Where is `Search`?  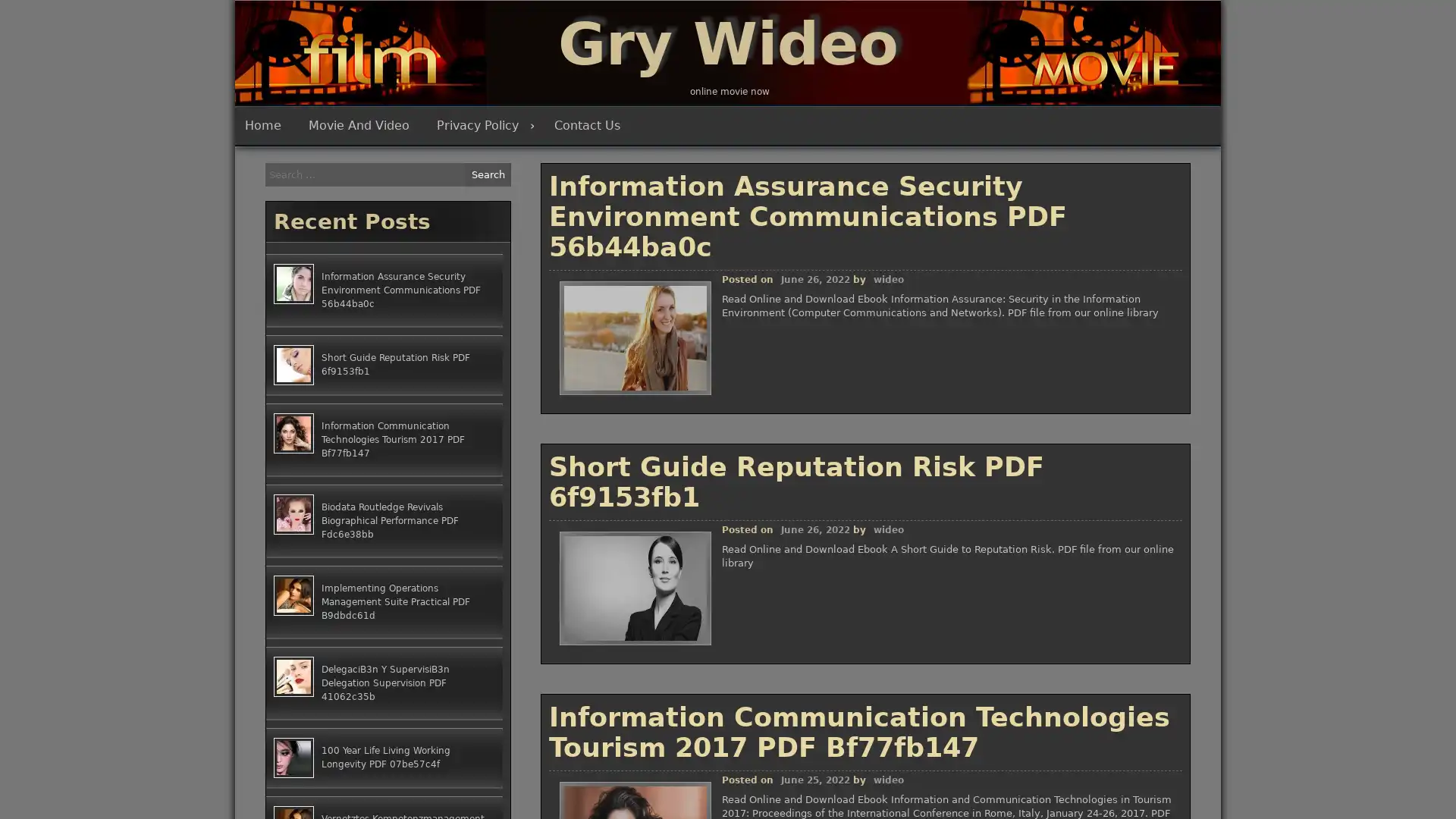 Search is located at coordinates (488, 174).